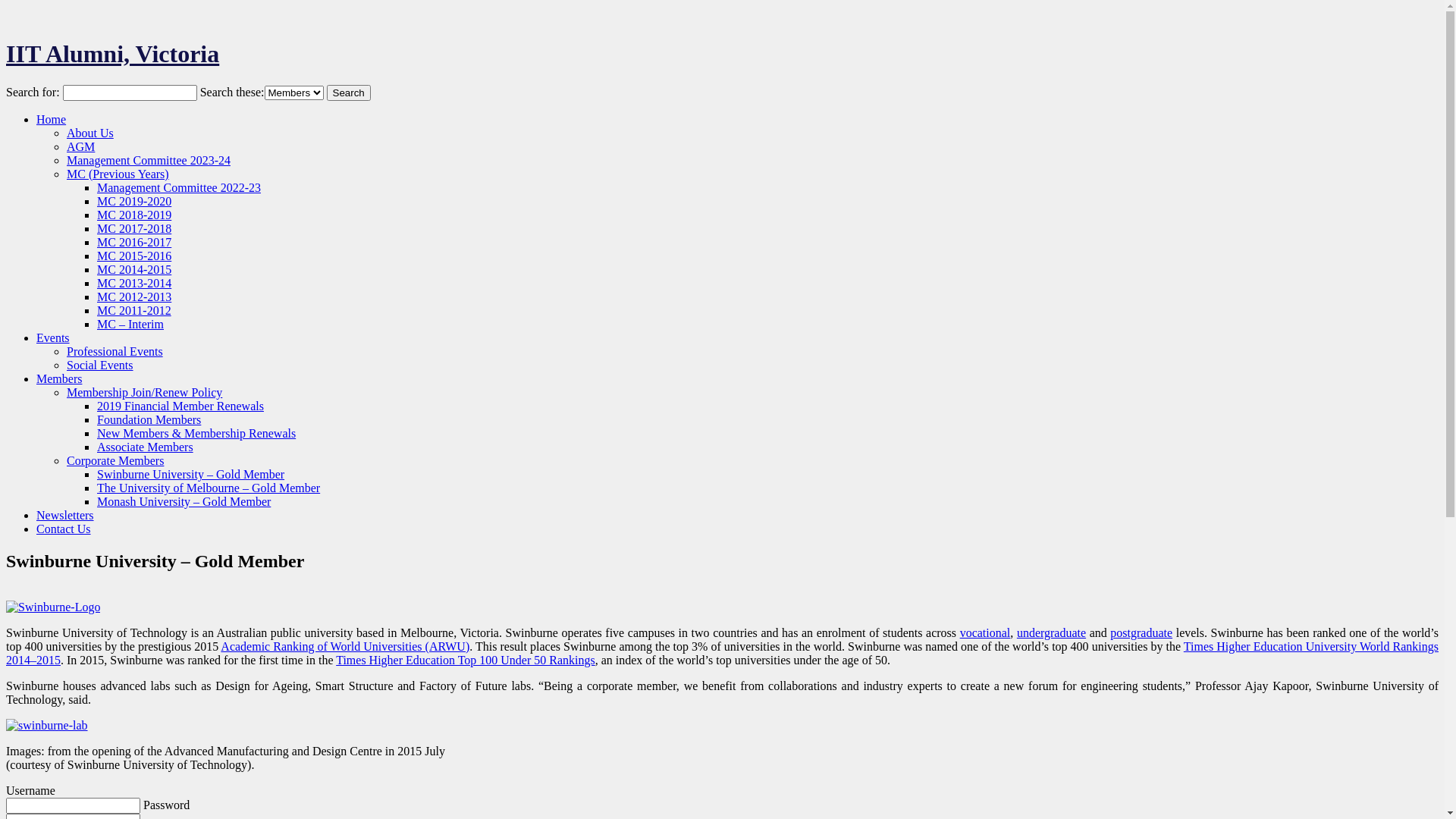 The height and width of the screenshot is (819, 1456). Describe the element at coordinates (89, 132) in the screenshot. I see `'About Us'` at that location.